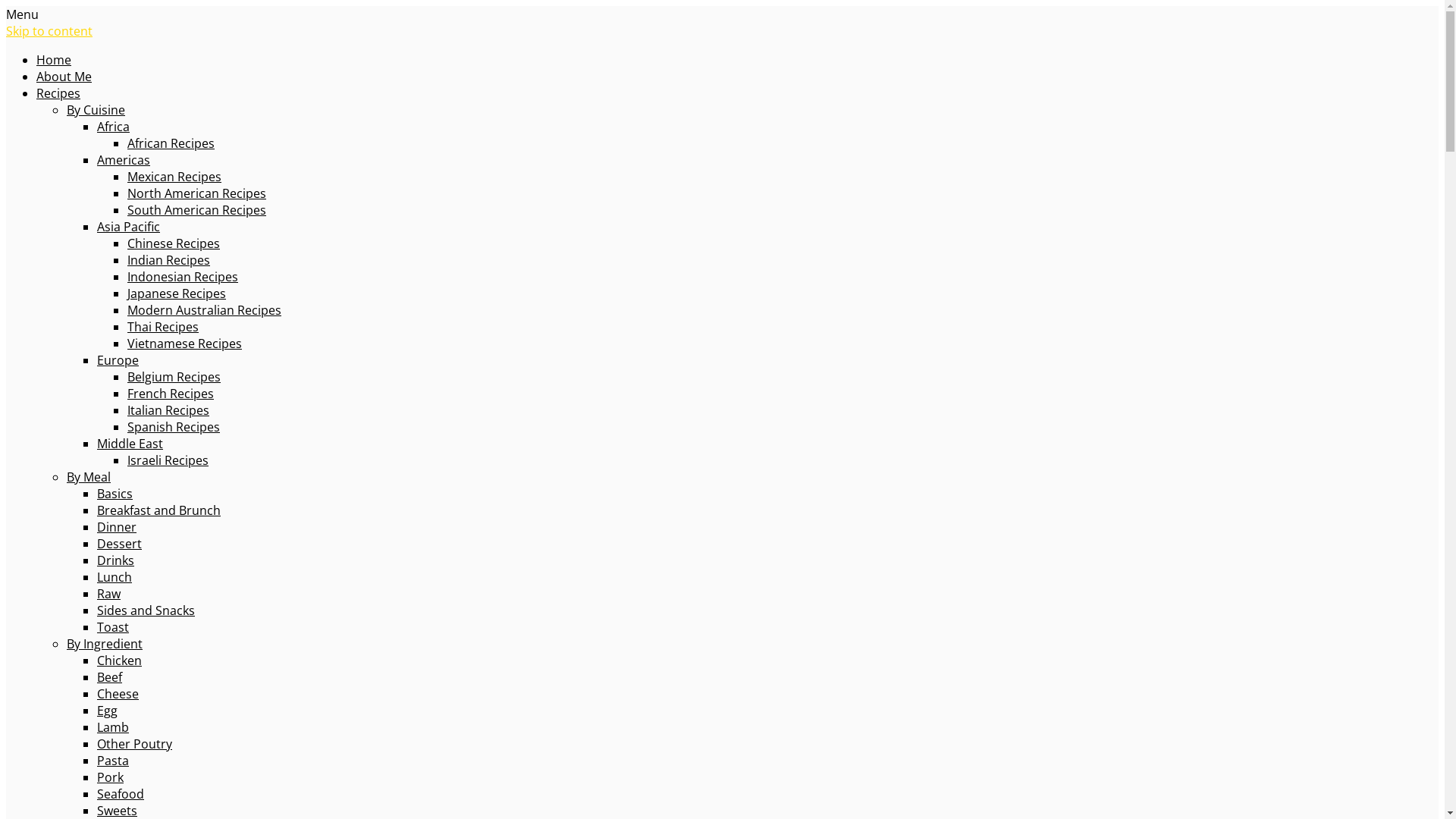  What do you see at coordinates (49, 31) in the screenshot?
I see `'Skip to content'` at bounding box center [49, 31].